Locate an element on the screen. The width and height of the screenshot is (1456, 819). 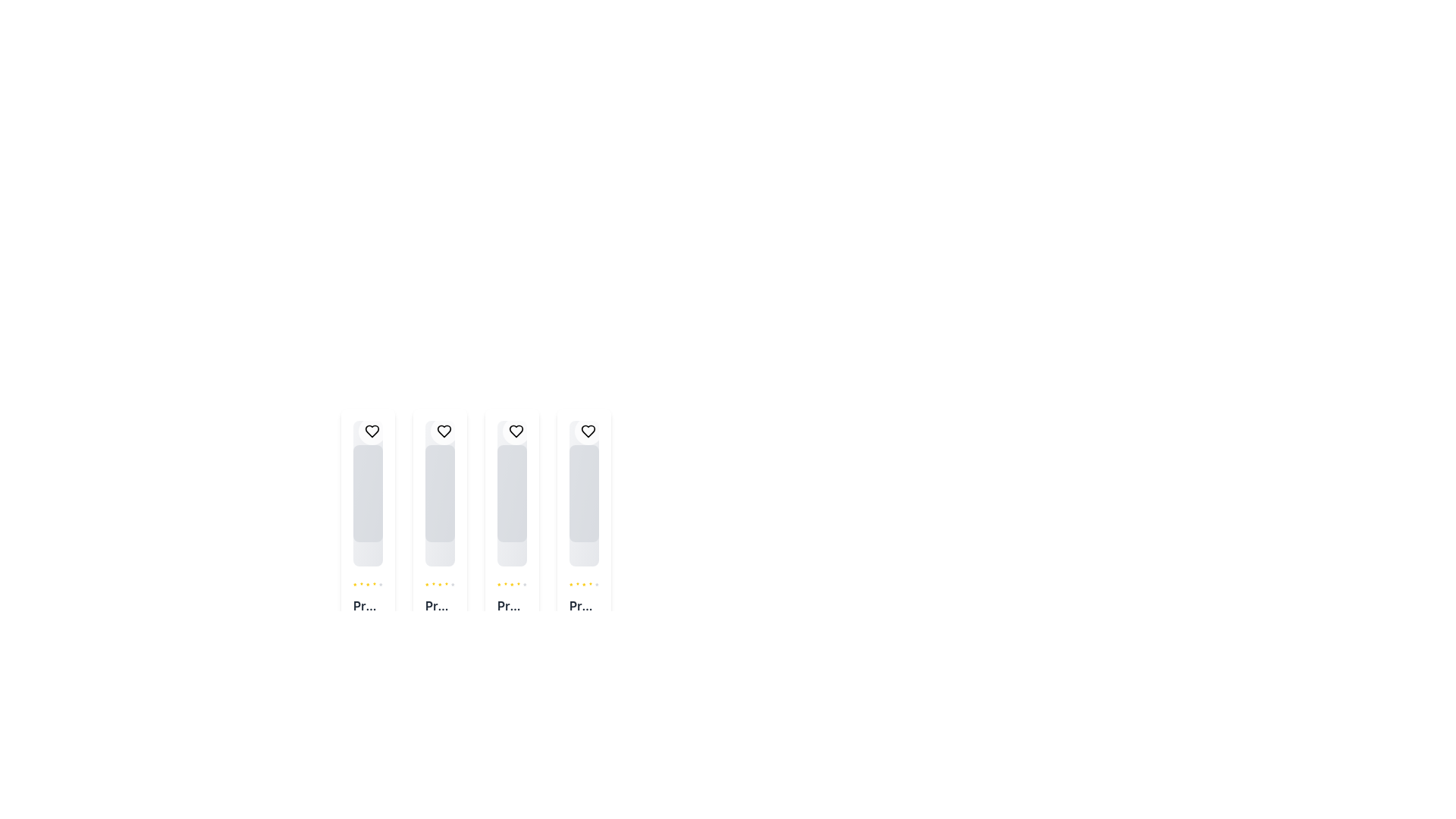
the visual state of the fifth gray star icon in the rating system, indicating it is not active or selected is located at coordinates (452, 584).